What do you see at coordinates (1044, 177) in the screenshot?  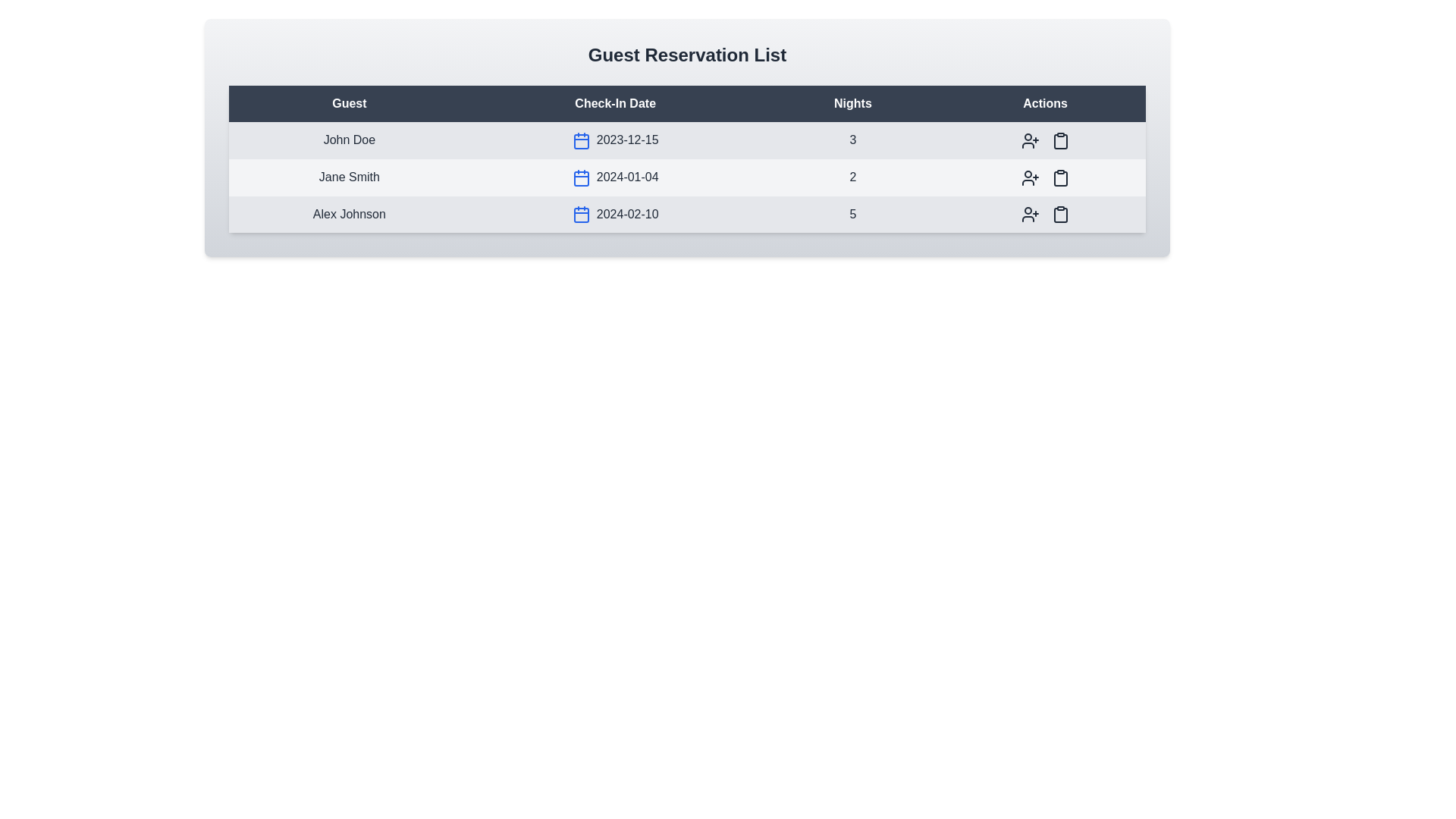 I see `the grouped icons within the actions column for the reservation entry associated with 'Jane Smith'` at bounding box center [1044, 177].